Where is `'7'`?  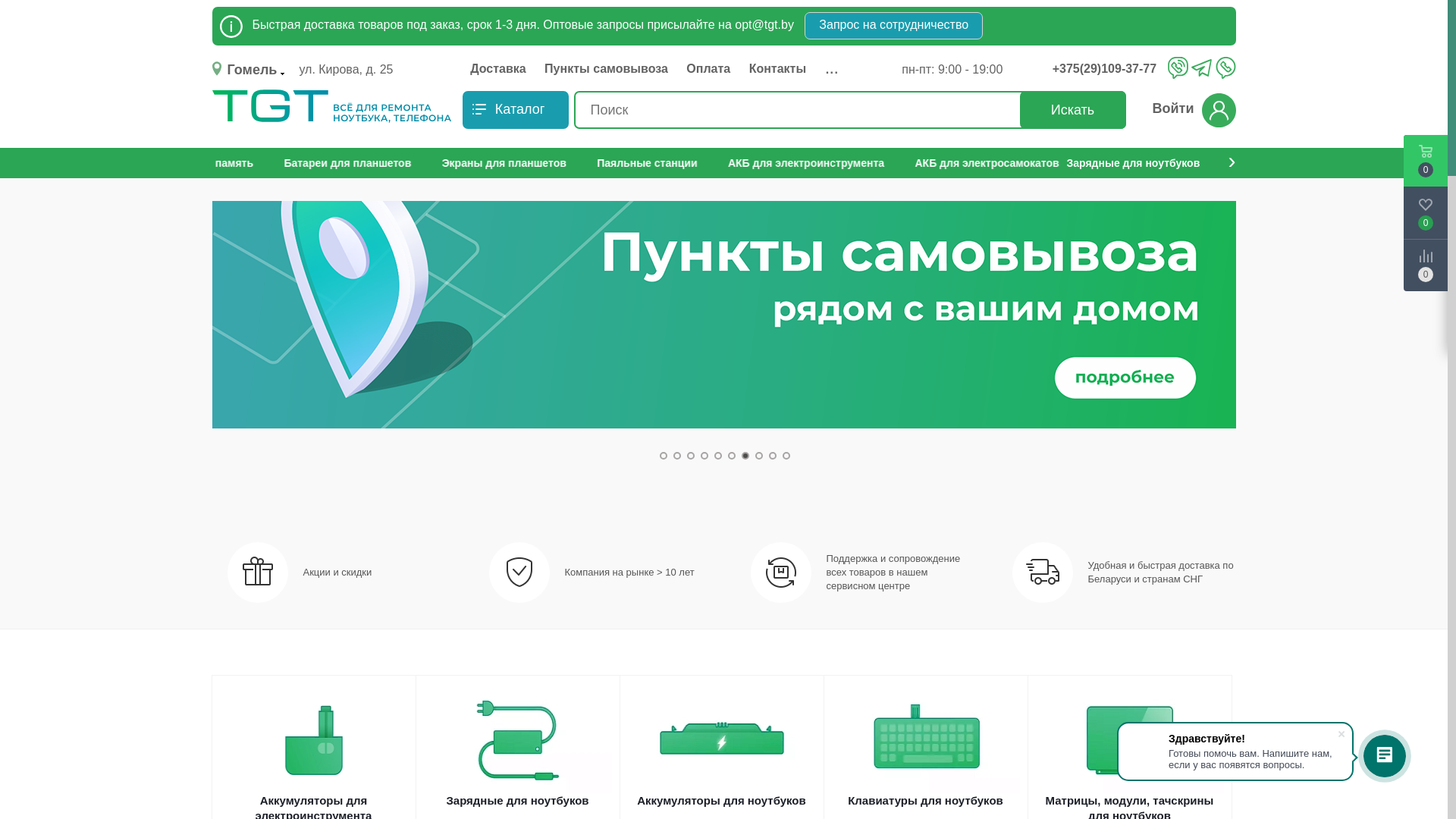
'7' is located at coordinates (745, 455).